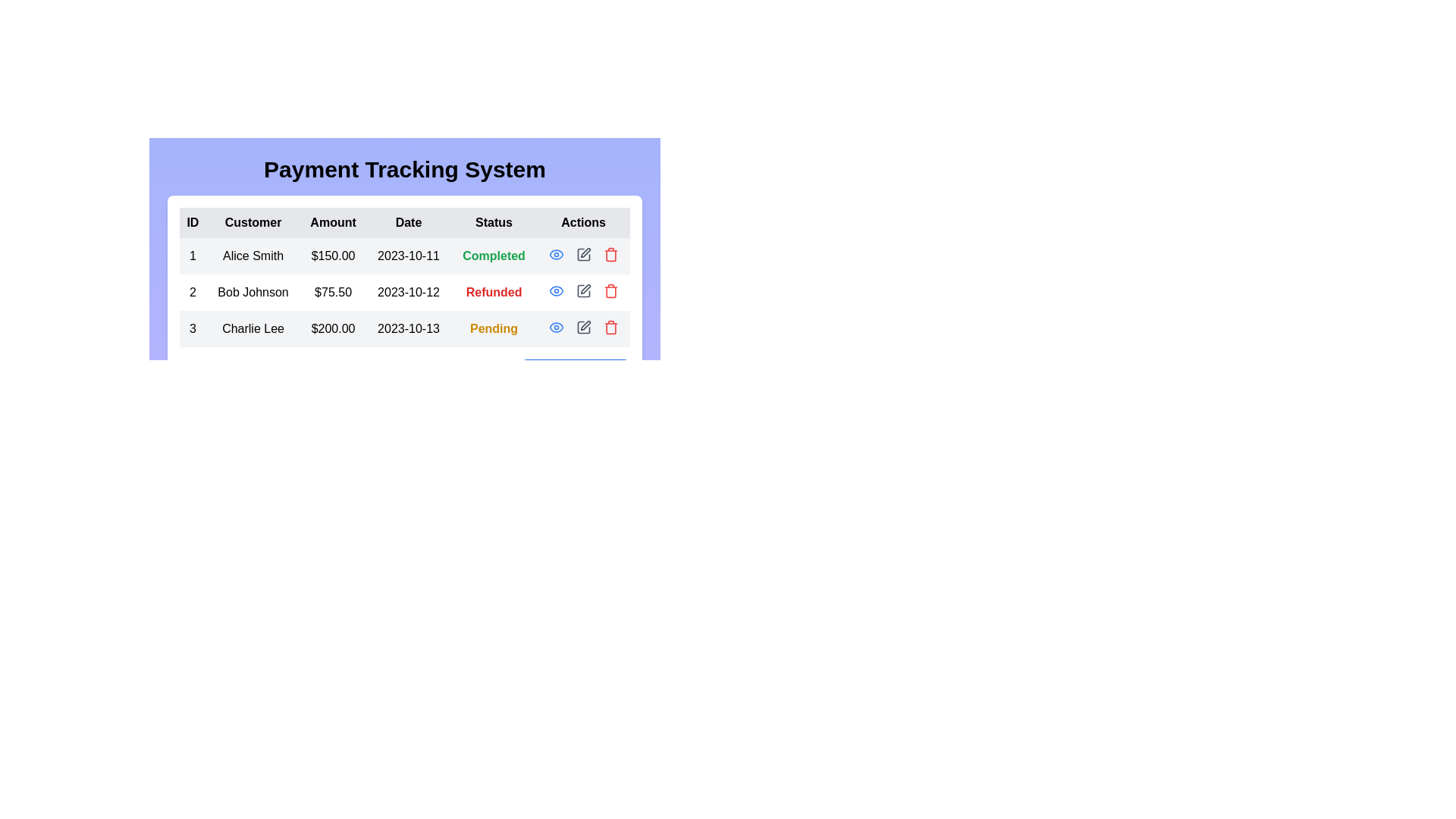 Image resolution: width=1456 pixels, height=819 pixels. What do you see at coordinates (192, 222) in the screenshot?
I see `the static text label element containing the word 'ID', which is part of the header row in a data table` at bounding box center [192, 222].